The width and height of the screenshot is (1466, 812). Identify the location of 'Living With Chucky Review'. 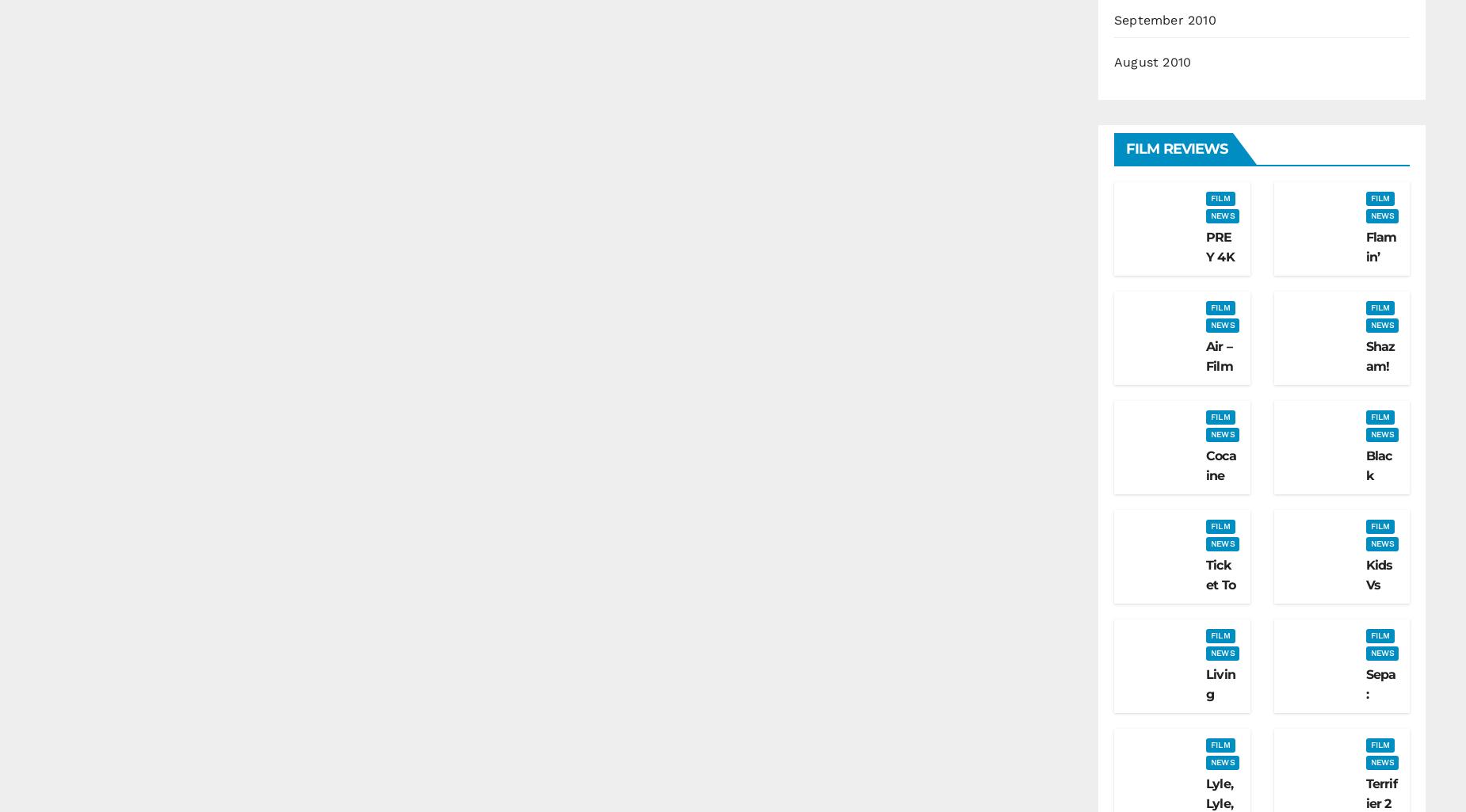
(1221, 733).